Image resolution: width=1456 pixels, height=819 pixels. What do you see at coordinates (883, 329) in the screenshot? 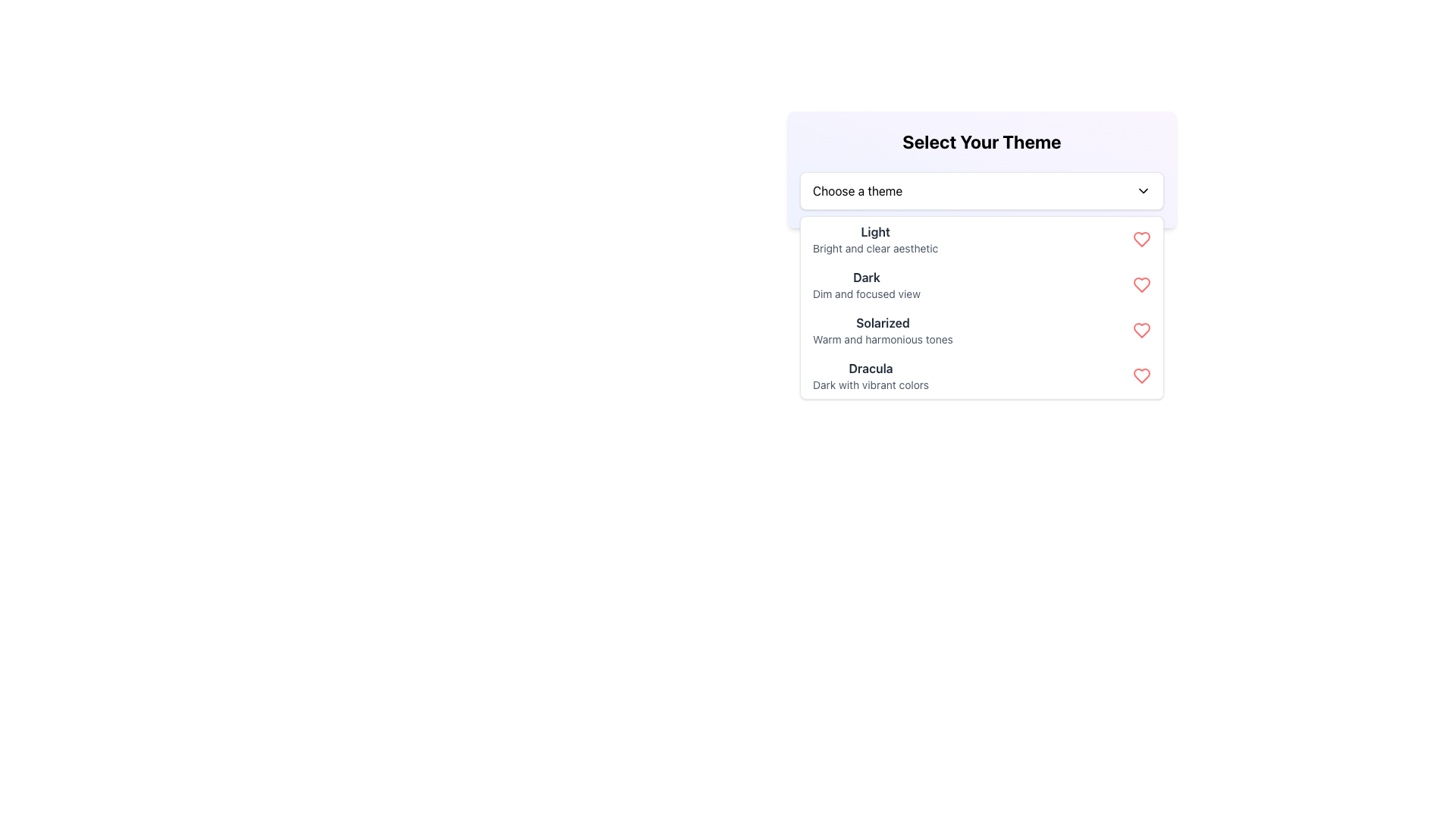
I see `the 'Solarized' theme text block in the thematic dropdown list titled 'Select Your Theme', which is positioned between 'Dark' and 'Dracula'` at bounding box center [883, 329].